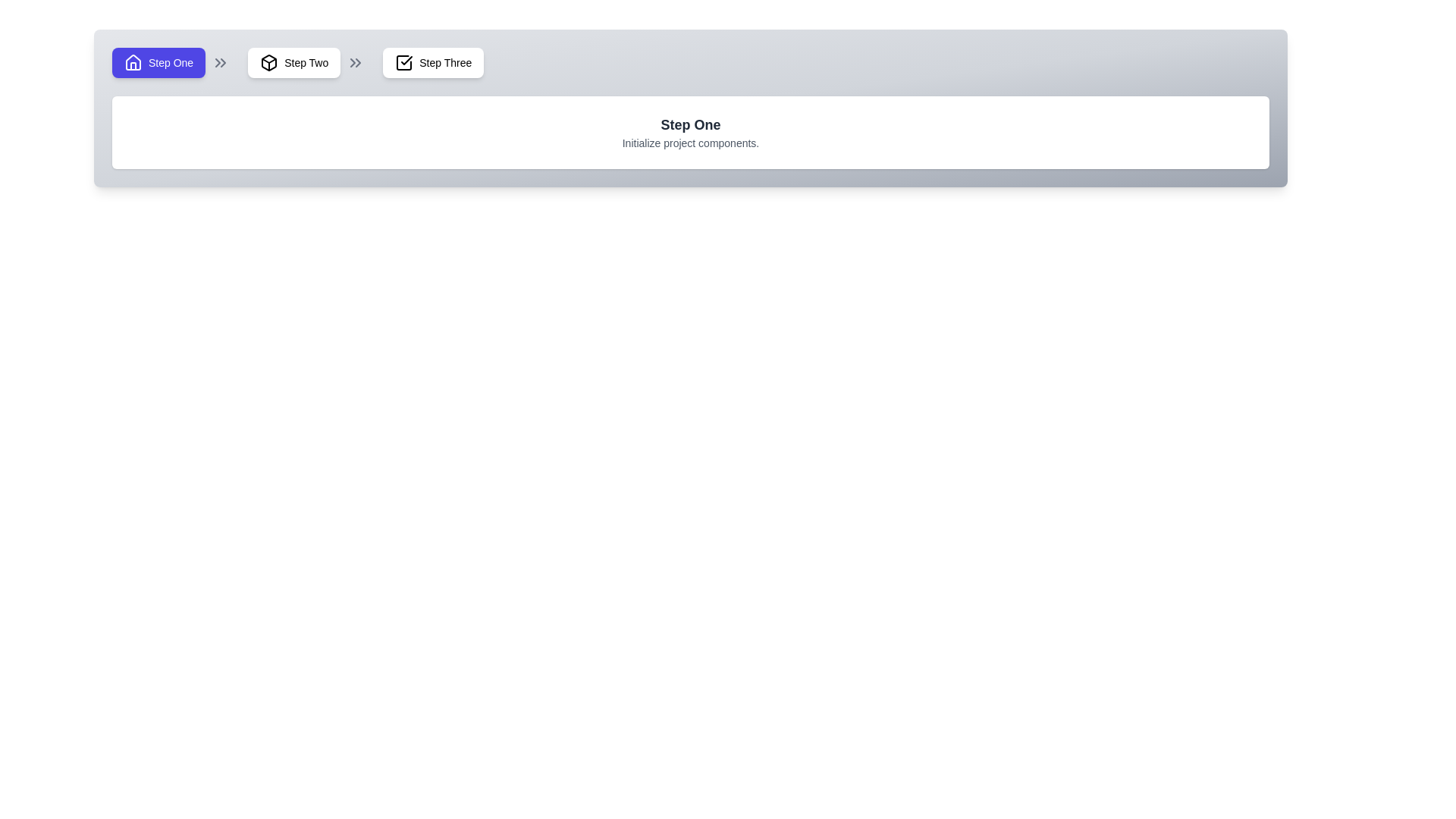 This screenshot has height=819, width=1456. Describe the element at coordinates (352, 62) in the screenshot. I see `the surrounding area of the first right-pointing triangular arrow icon in the top navigation bar, which is positioned between the 'Step Two' and 'Step Three' buttons` at that location.